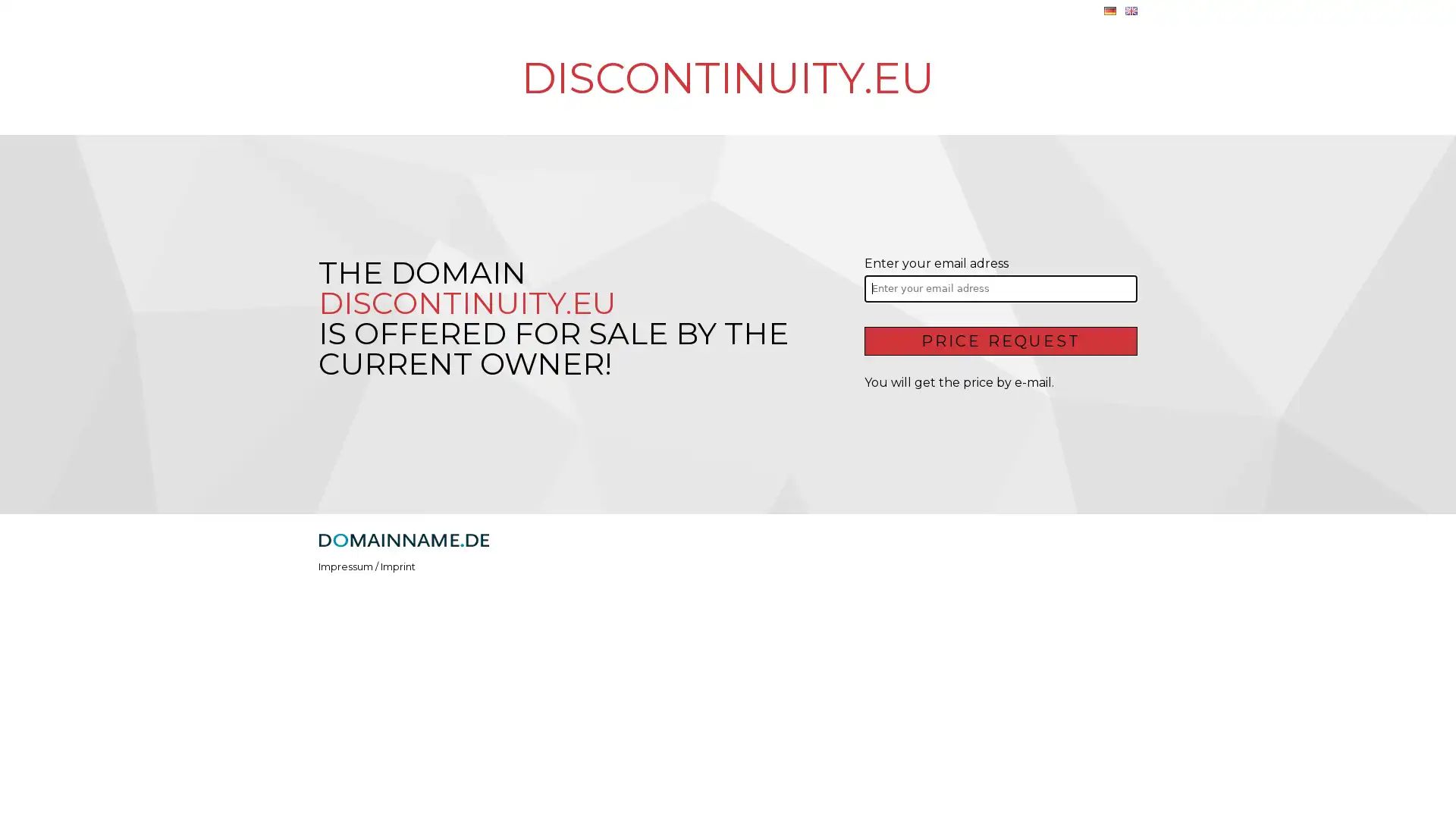  Describe the element at coordinates (1000, 339) in the screenshot. I see `PRICE REQUEST` at that location.